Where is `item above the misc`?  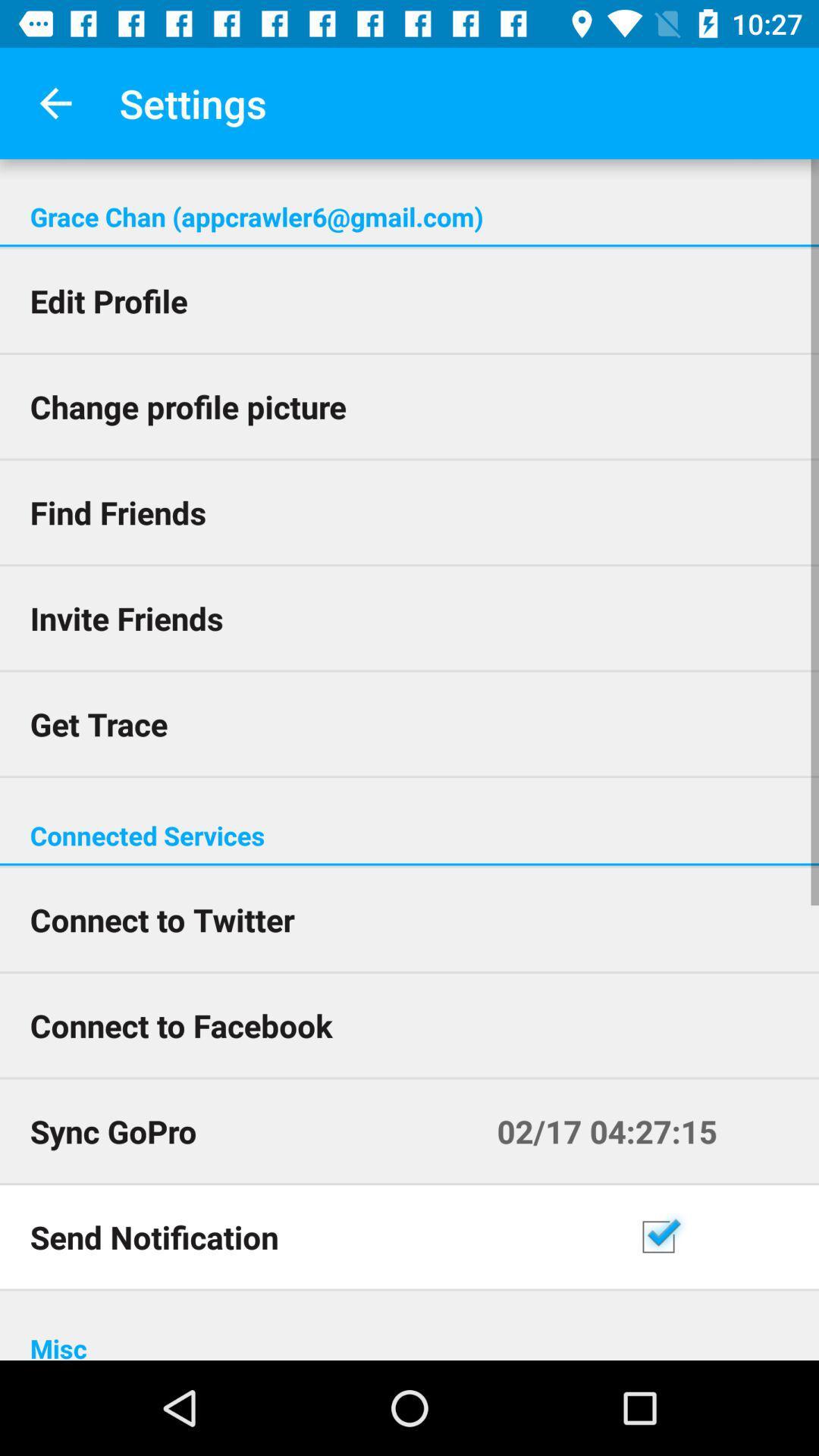
item above the misc is located at coordinates (722, 1237).